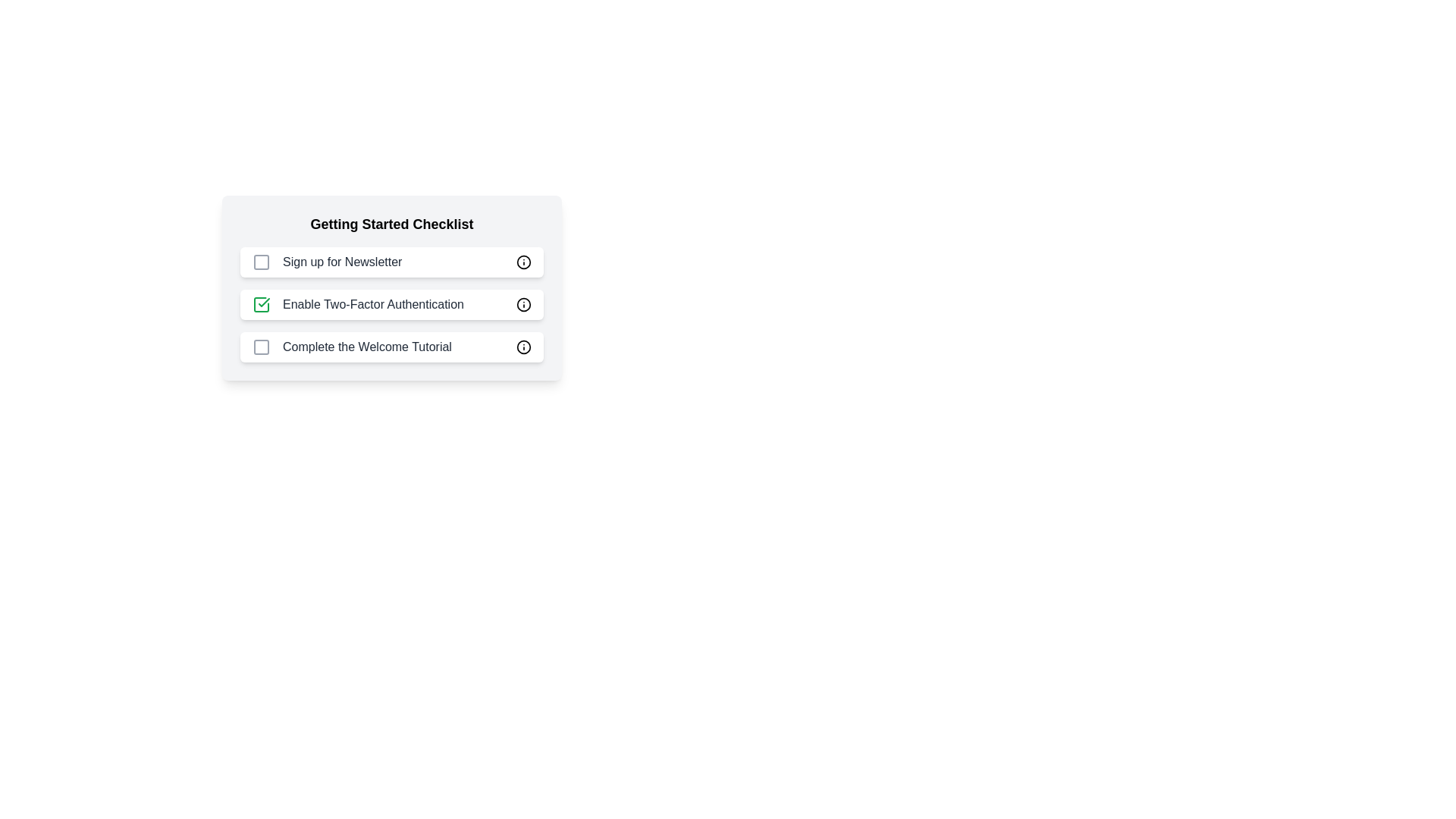 Image resolution: width=1456 pixels, height=819 pixels. What do you see at coordinates (326, 262) in the screenshot?
I see `the label text associated with the first checkbox` at bounding box center [326, 262].